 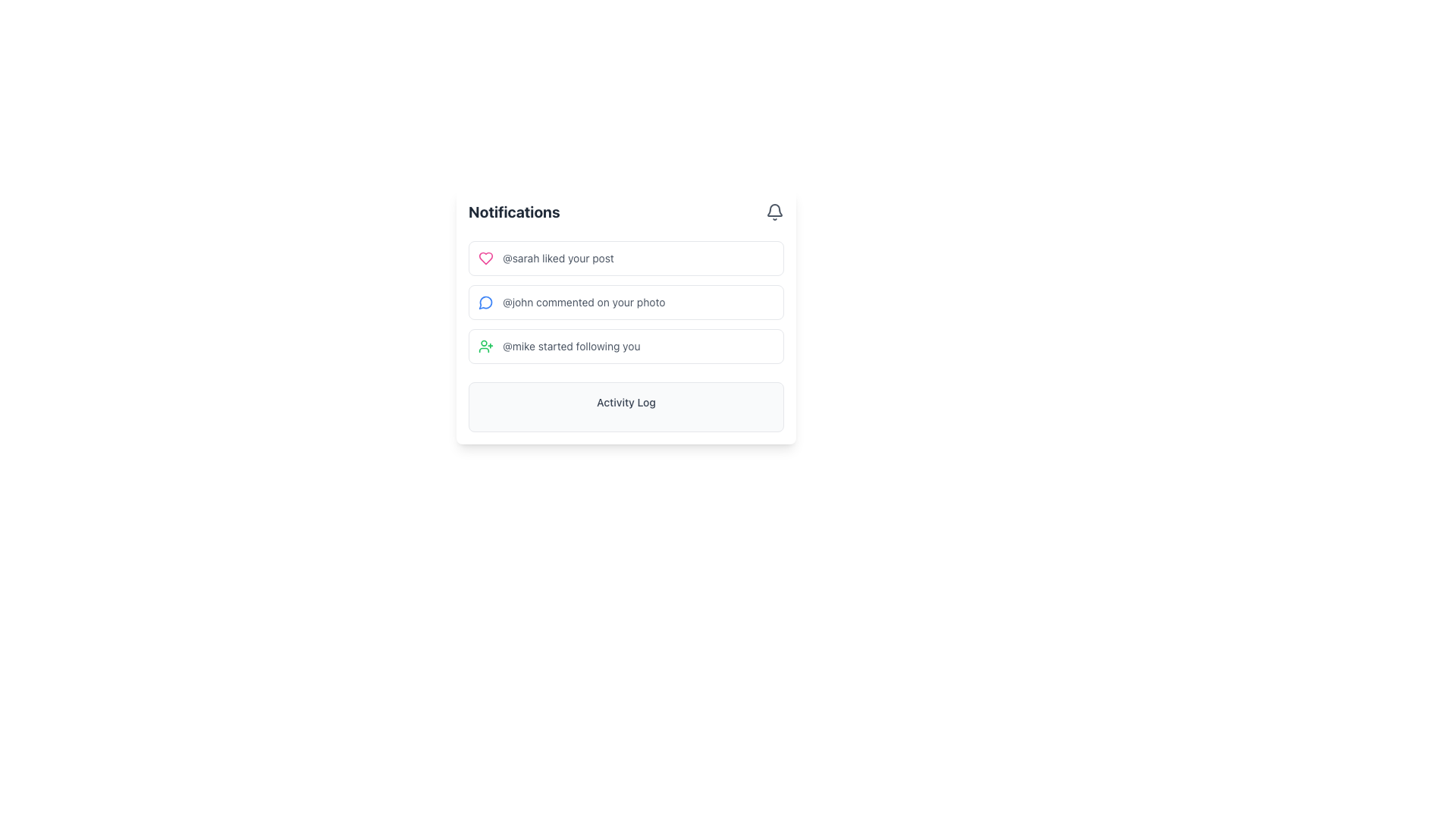 What do you see at coordinates (626, 402) in the screenshot?
I see `the 'Activity Log' label located in the notifications section, which is styled with a medium-weight font and dark gray color, positioned above a scrollable area` at bounding box center [626, 402].